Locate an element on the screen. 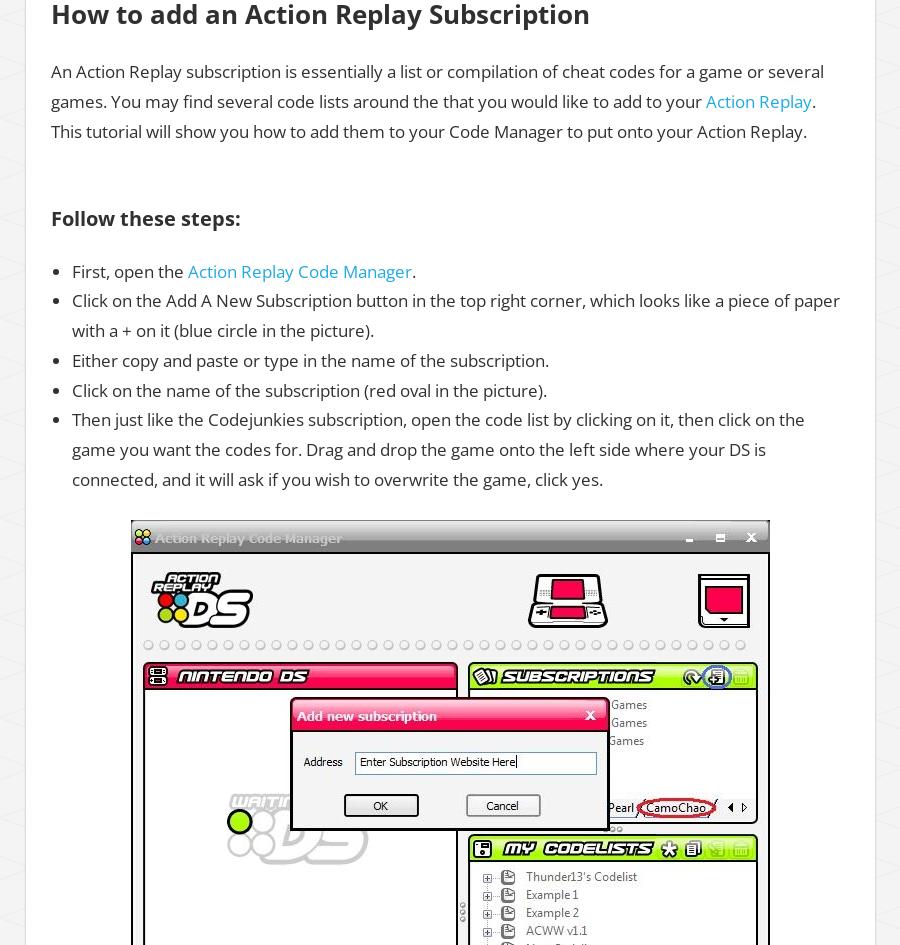 Image resolution: width=900 pixels, height=945 pixels. 'Follow these steps:' is located at coordinates (145, 216).